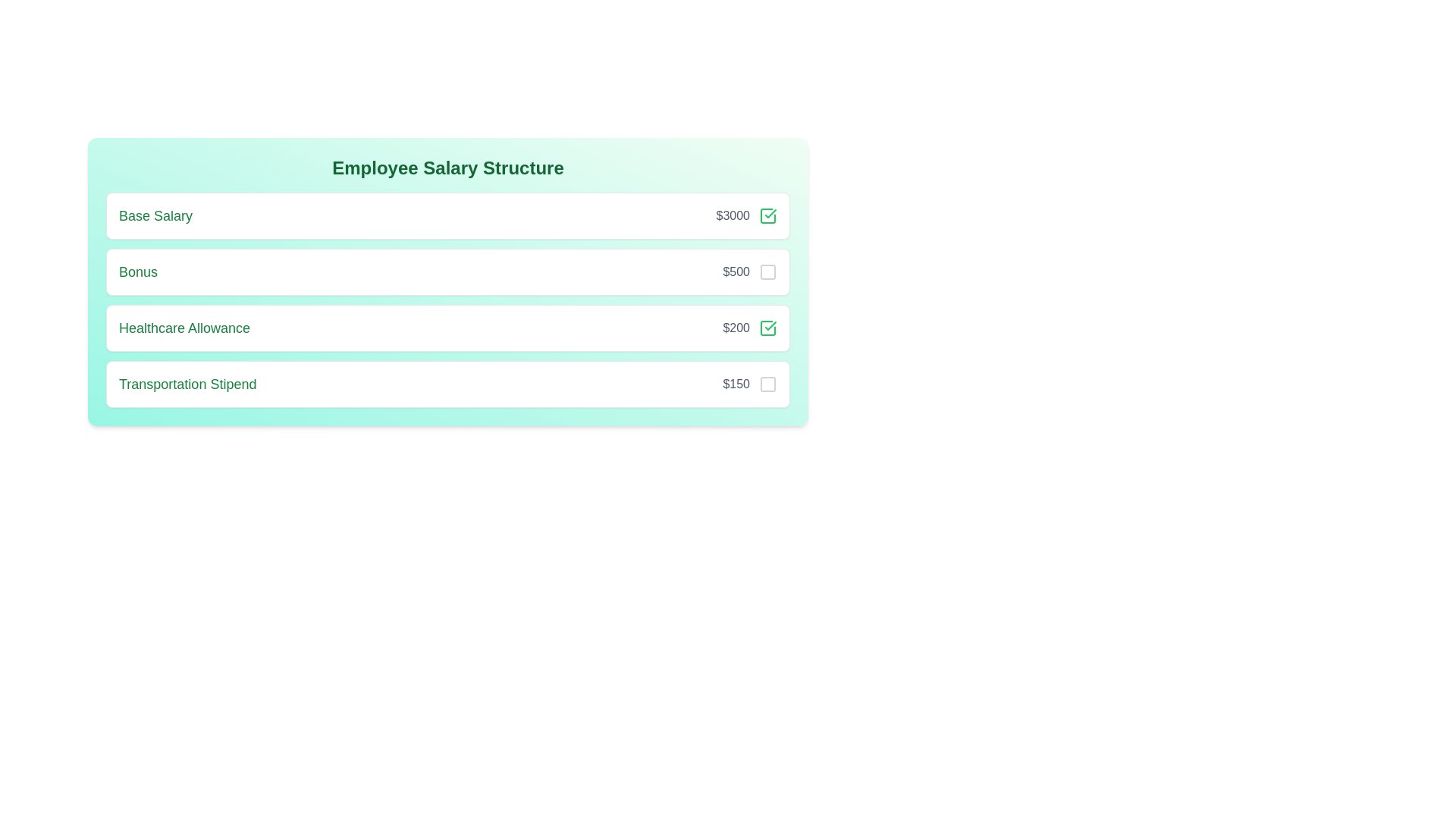  I want to click on the salary breakdown item corresponding to Base Salary, so click(767, 216).